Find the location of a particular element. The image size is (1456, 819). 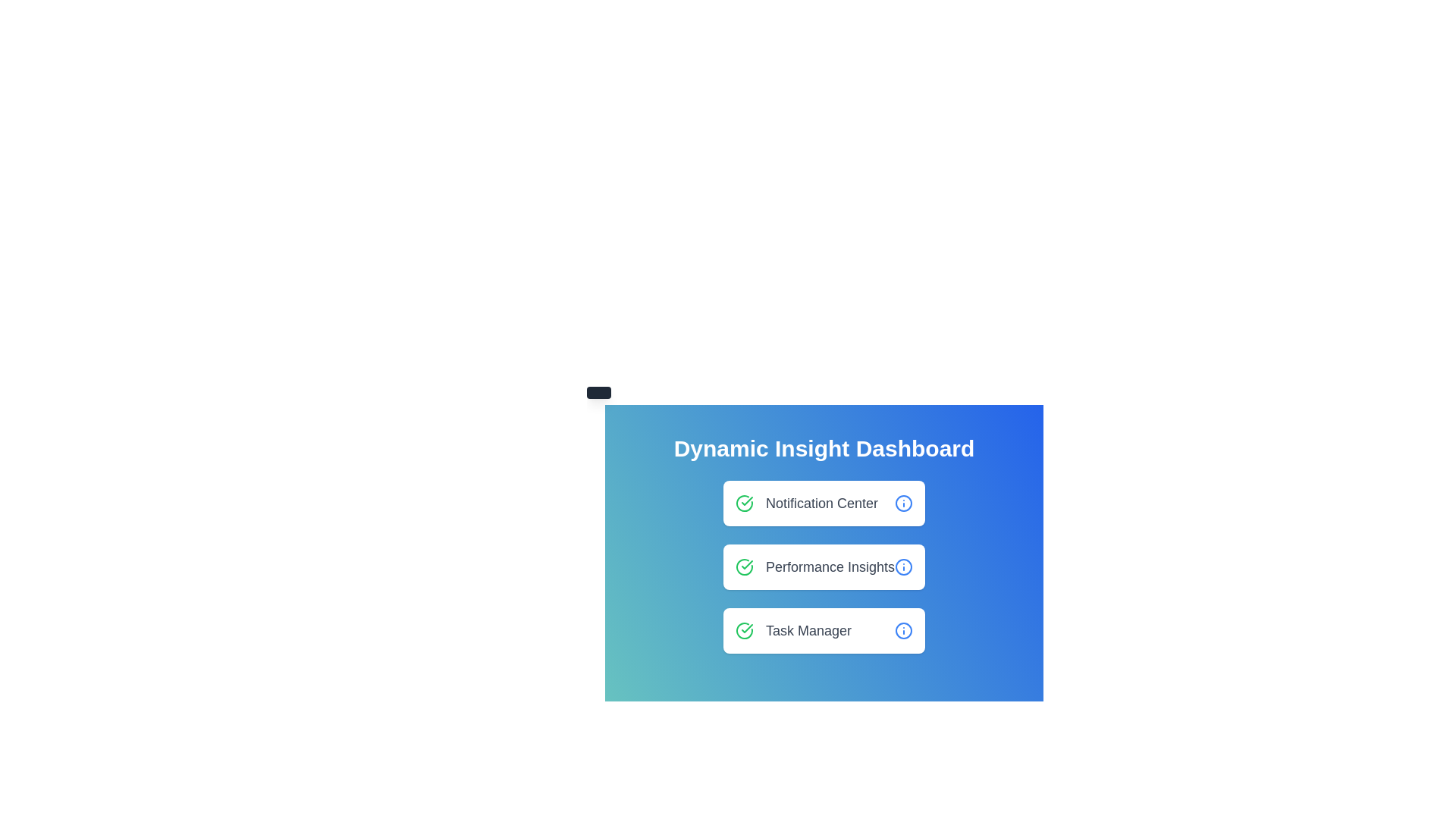

the circular icon featuring a green check mark within a green circle, located to the left of the 'Notification Center' text is located at coordinates (744, 503).